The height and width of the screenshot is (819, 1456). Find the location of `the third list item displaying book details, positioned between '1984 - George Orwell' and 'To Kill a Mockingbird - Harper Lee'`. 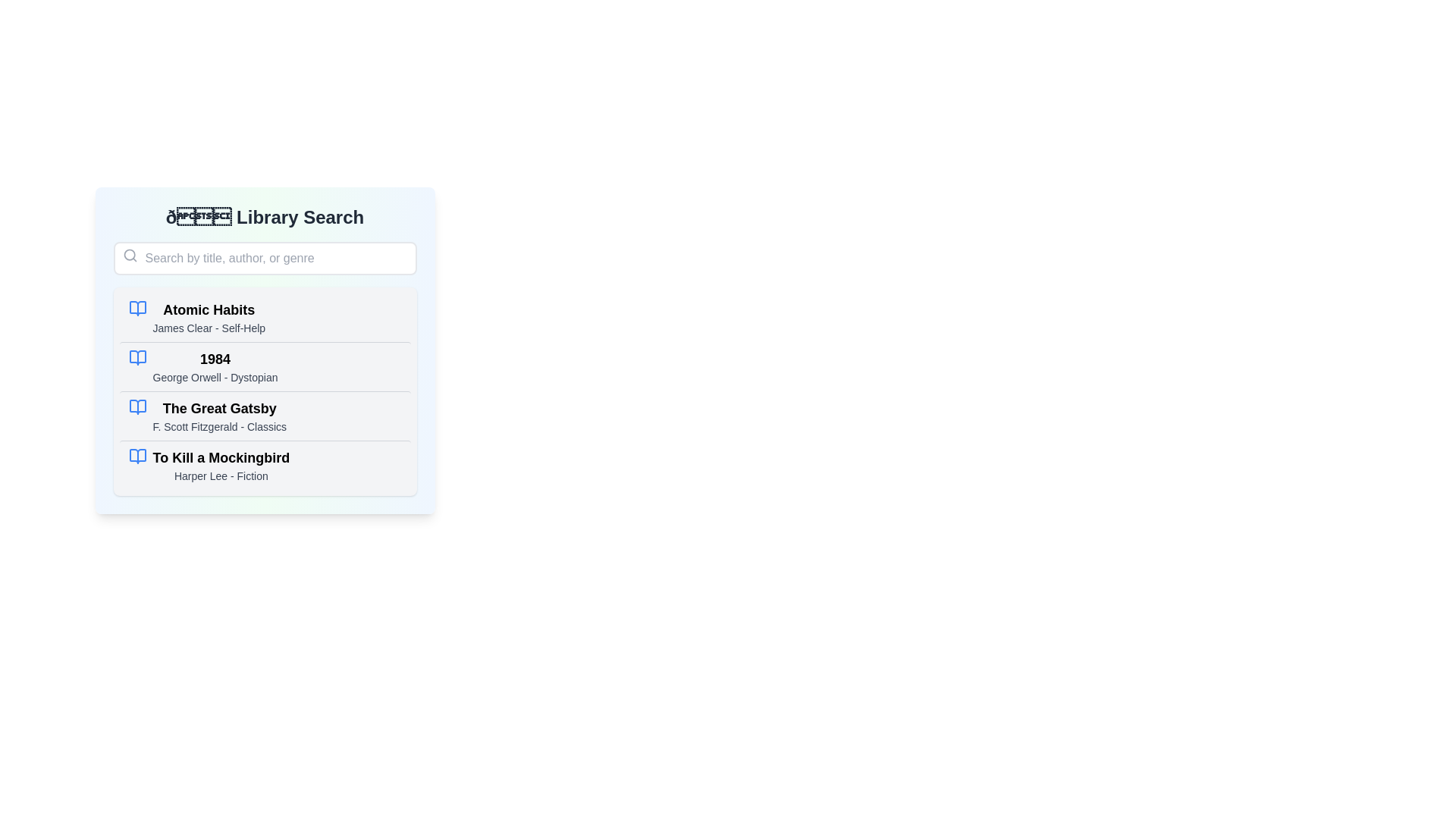

the third list item displaying book details, positioned between '1984 - George Orwell' and 'To Kill a Mockingbird - Harper Lee' is located at coordinates (218, 416).